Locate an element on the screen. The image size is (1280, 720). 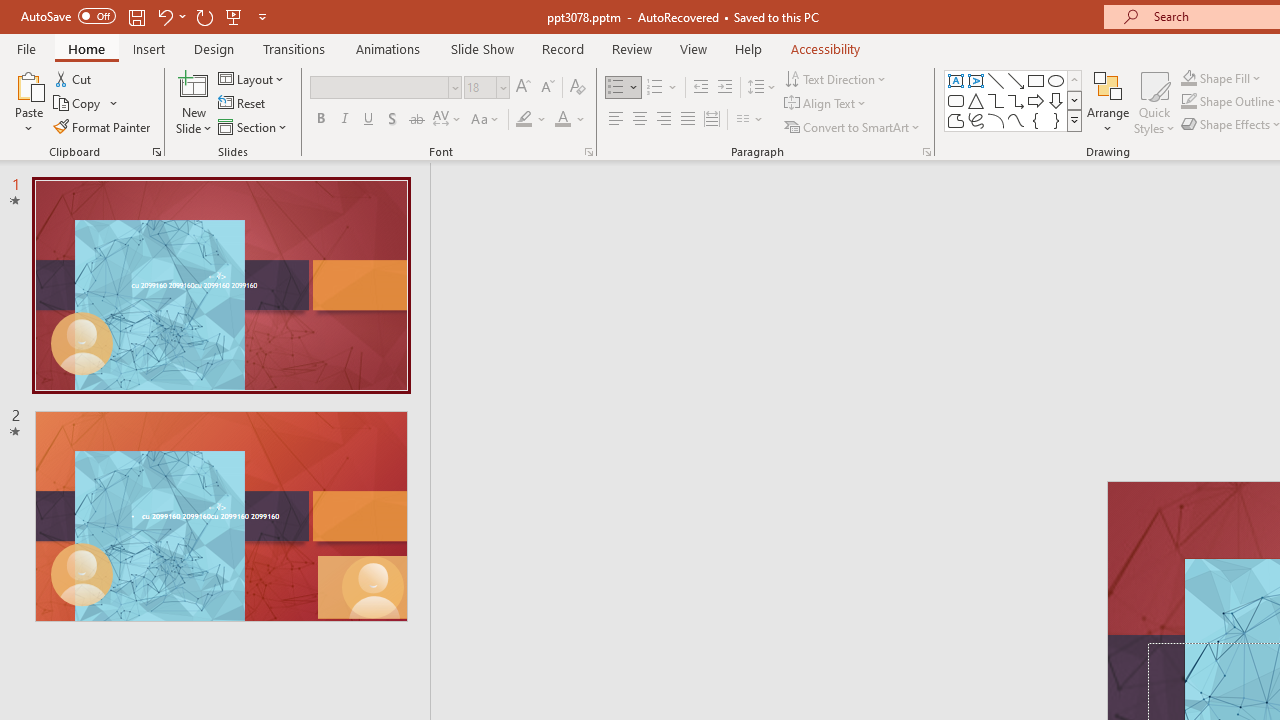
'Increase Font Size' is located at coordinates (522, 86).